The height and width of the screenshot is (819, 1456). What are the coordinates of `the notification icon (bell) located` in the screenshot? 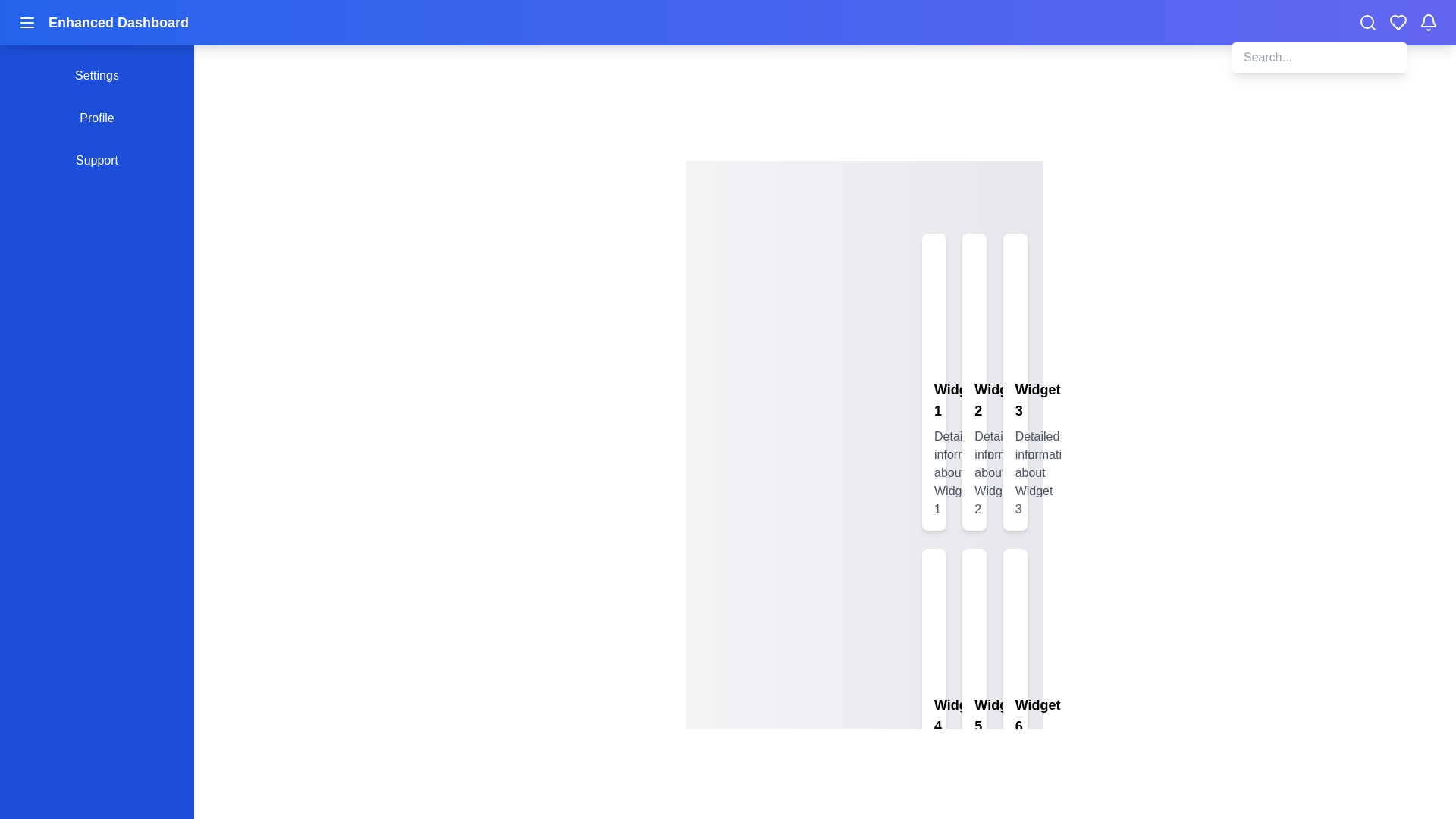 It's located at (1427, 23).